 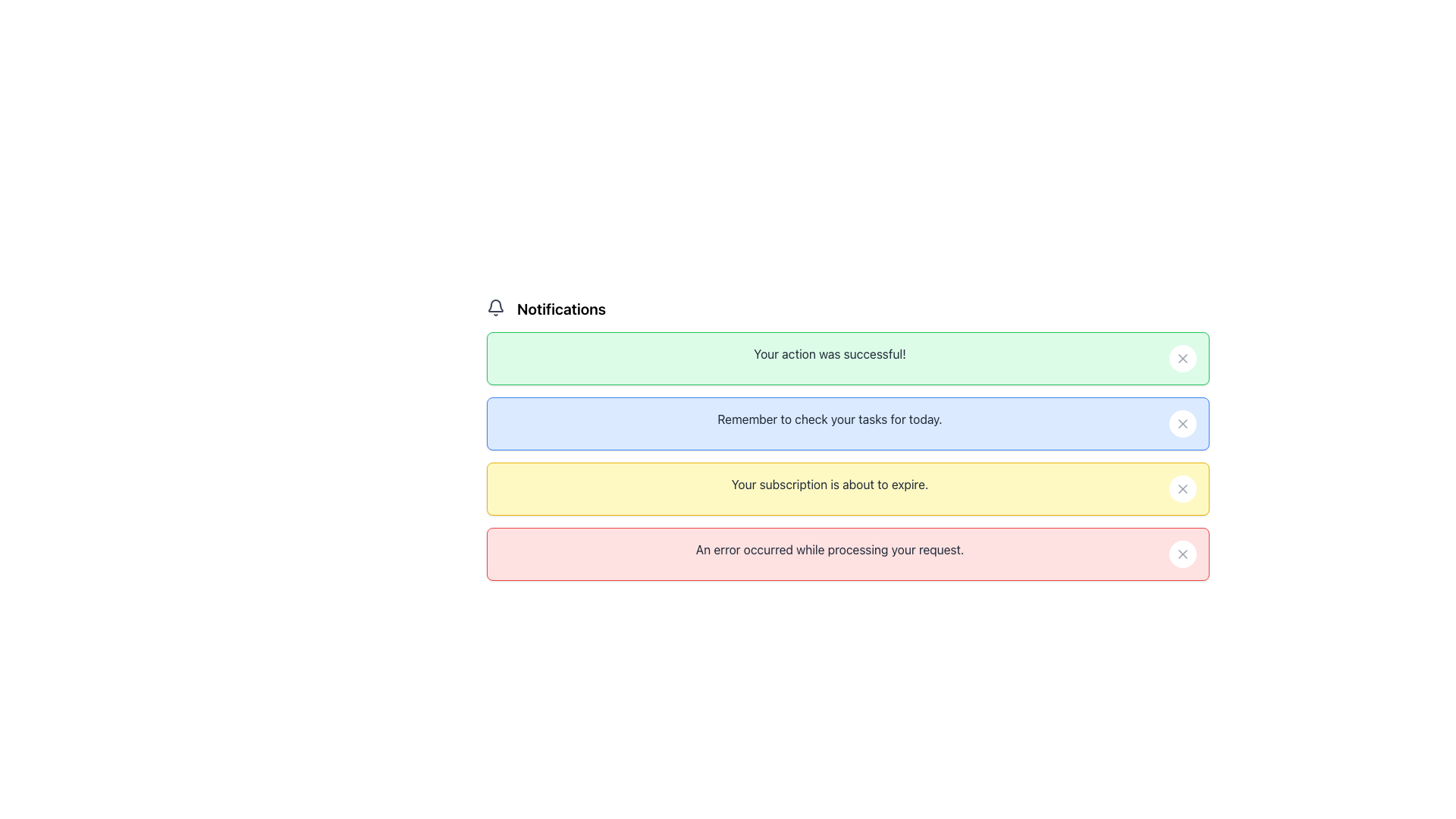 I want to click on the small rounded button with a white background and an 'X' icon, so click(x=1182, y=488).